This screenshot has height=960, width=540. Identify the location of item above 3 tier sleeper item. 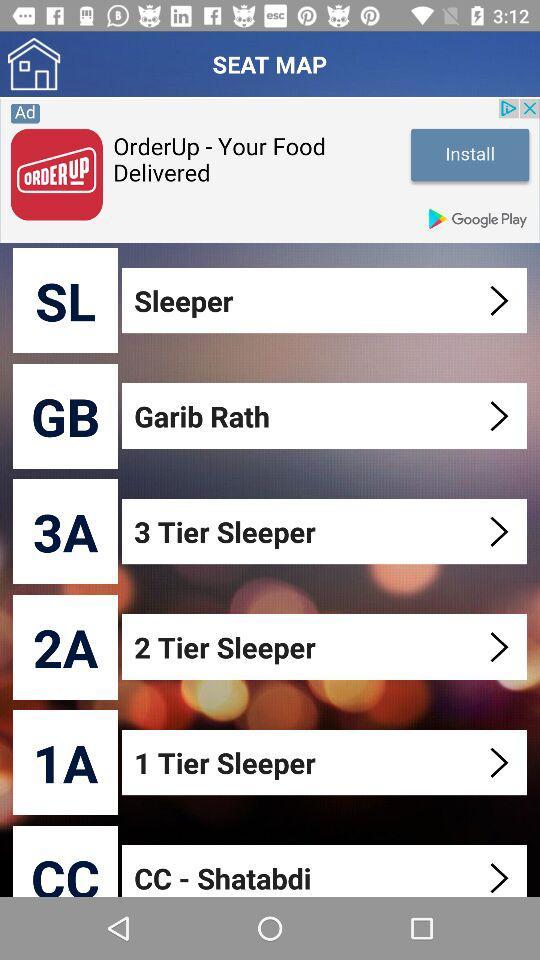
(326, 415).